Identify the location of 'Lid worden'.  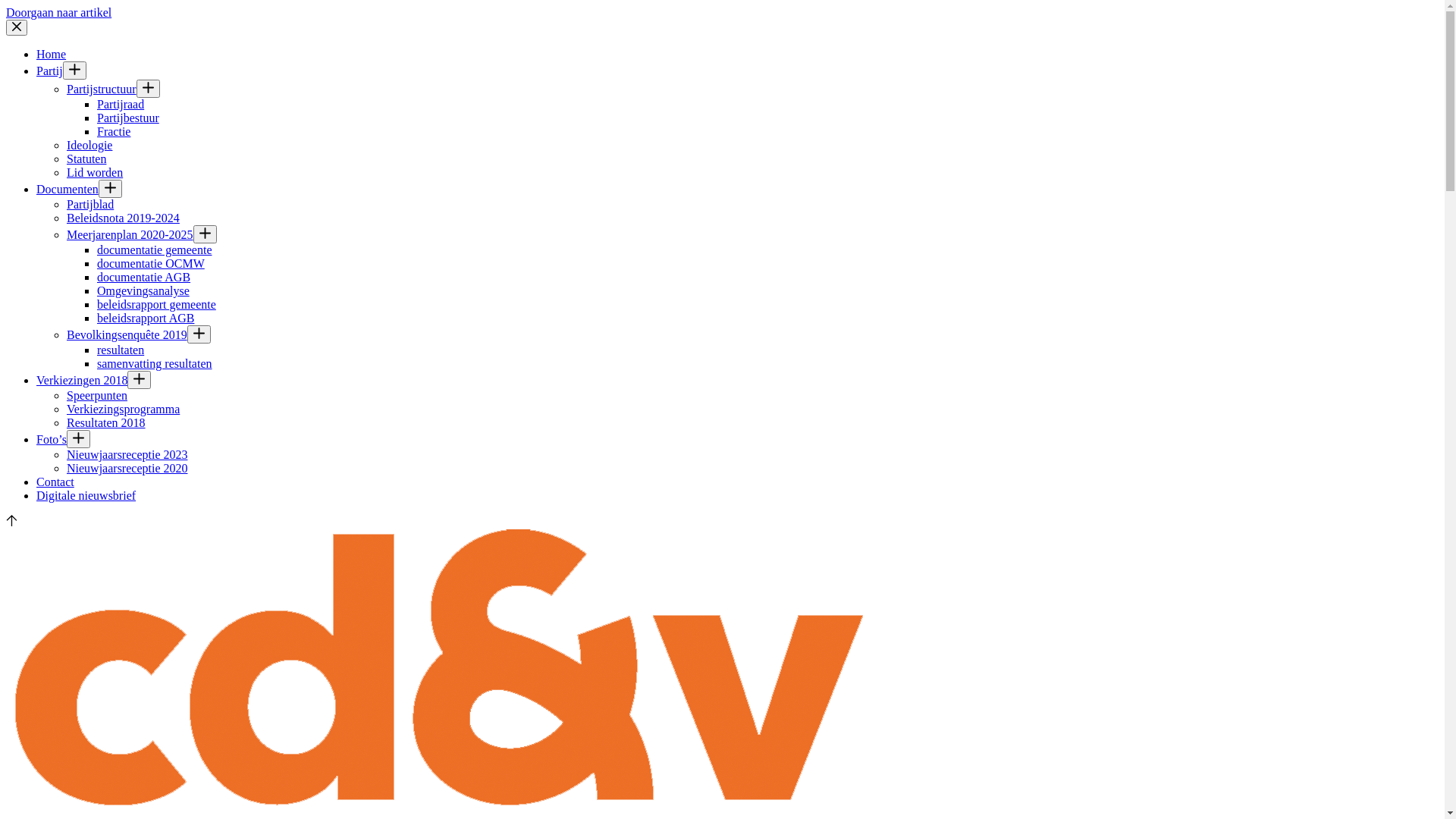
(93, 171).